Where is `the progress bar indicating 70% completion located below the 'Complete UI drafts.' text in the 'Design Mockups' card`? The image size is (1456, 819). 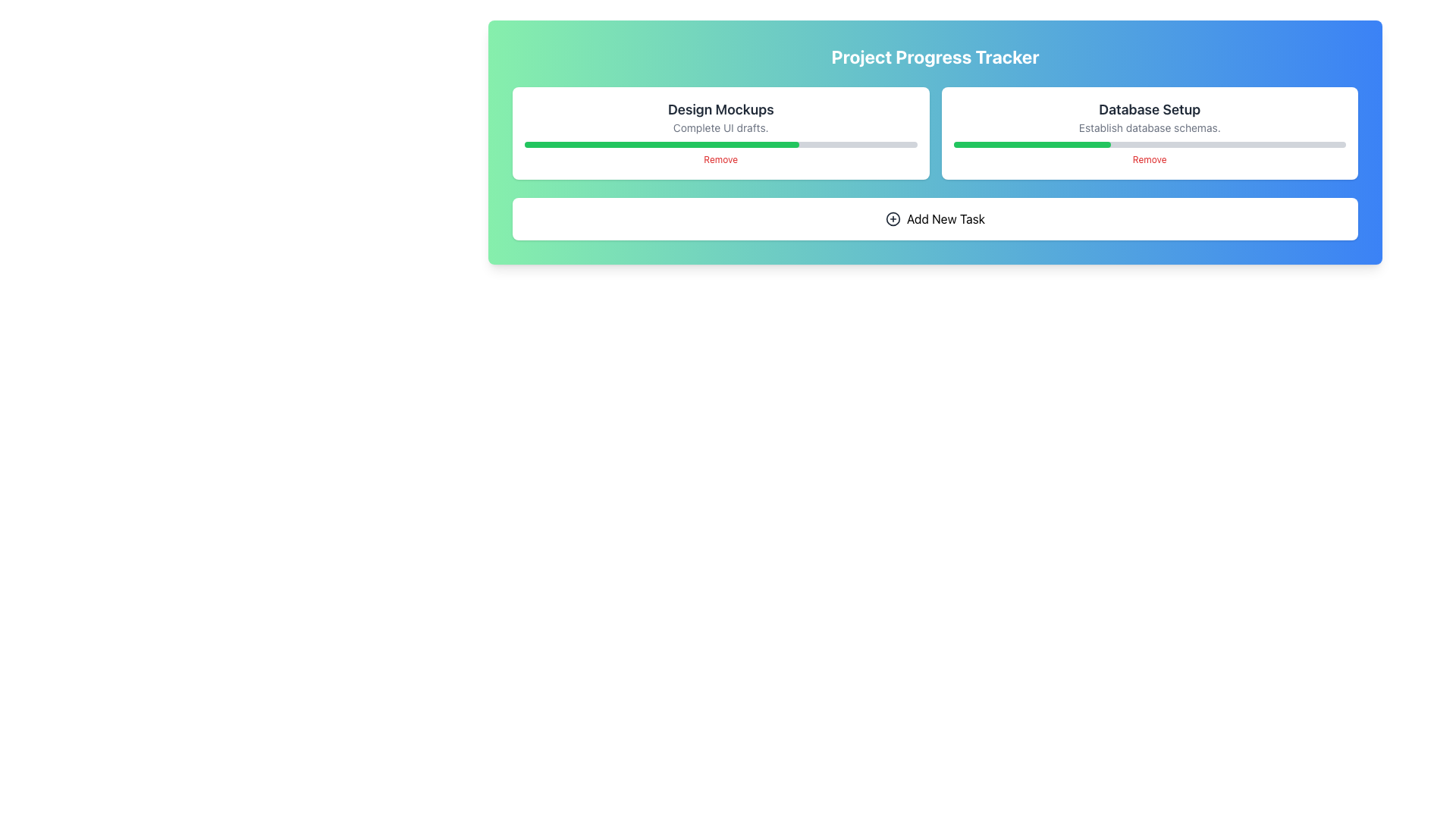 the progress bar indicating 70% completion located below the 'Complete UI drafts.' text in the 'Design Mockups' card is located at coordinates (720, 145).